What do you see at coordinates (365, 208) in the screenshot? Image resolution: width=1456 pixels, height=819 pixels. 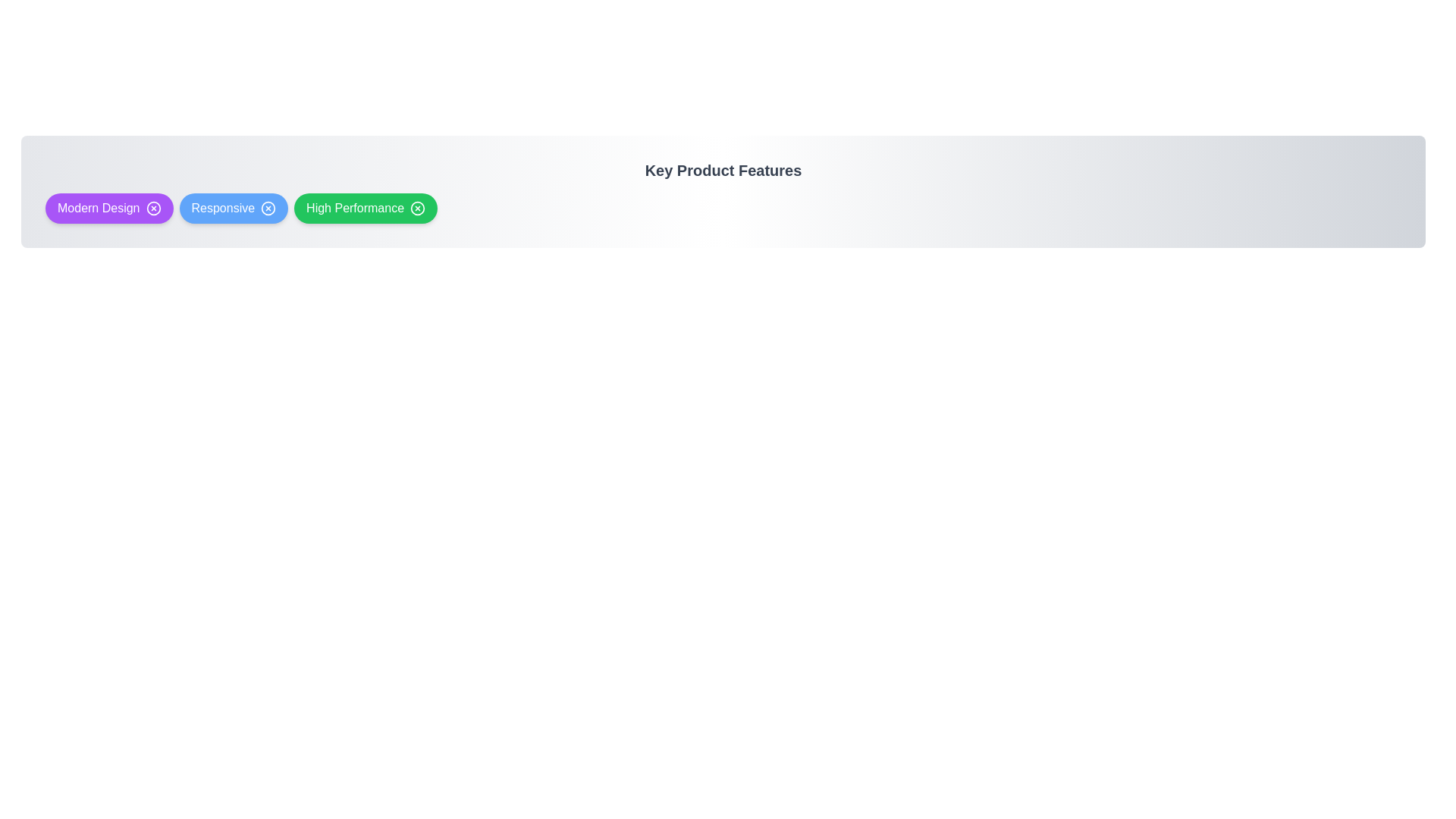 I see `the feature chip labeled High Performance` at bounding box center [365, 208].